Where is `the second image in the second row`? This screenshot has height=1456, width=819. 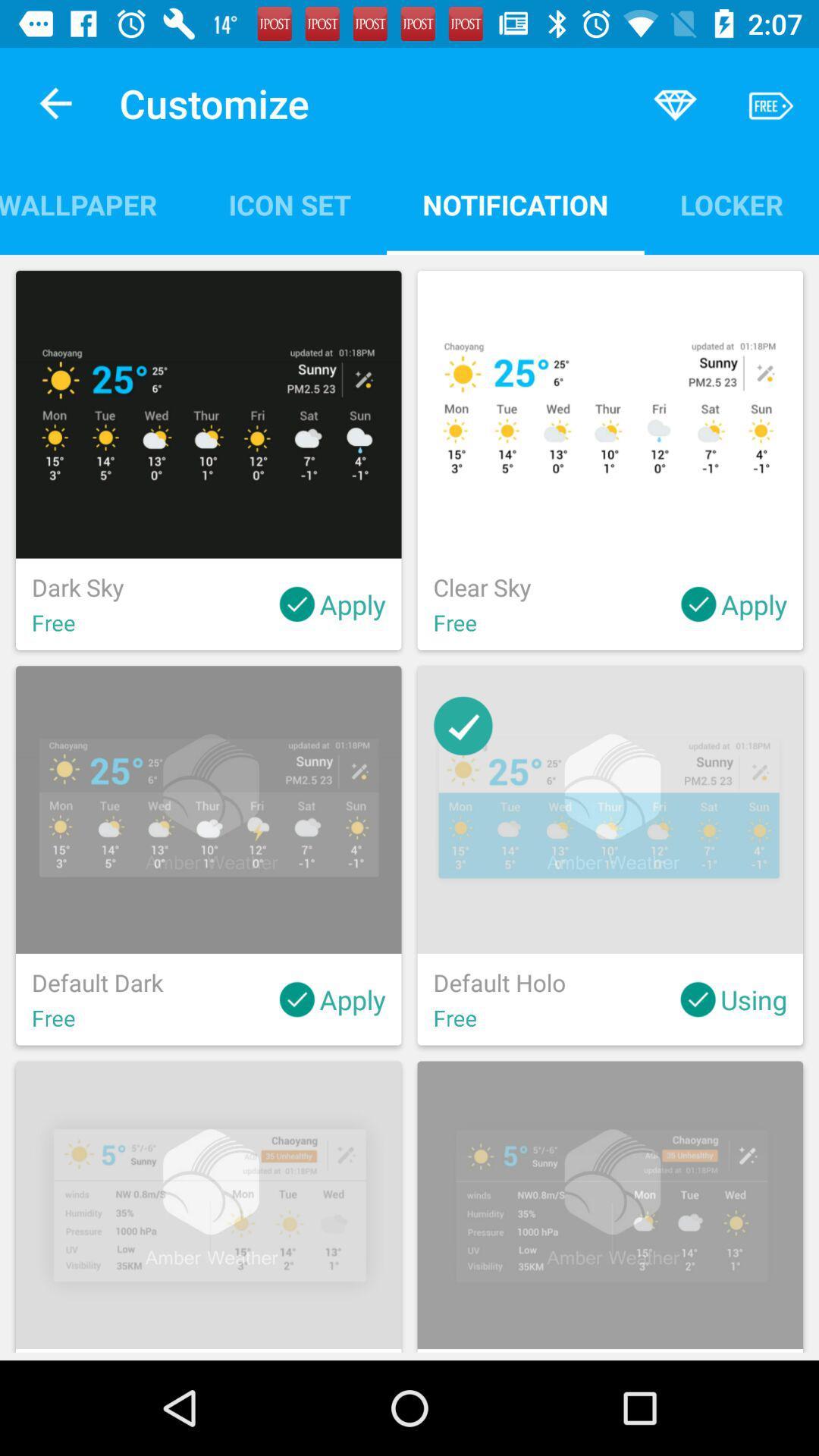
the second image in the second row is located at coordinates (610, 809).